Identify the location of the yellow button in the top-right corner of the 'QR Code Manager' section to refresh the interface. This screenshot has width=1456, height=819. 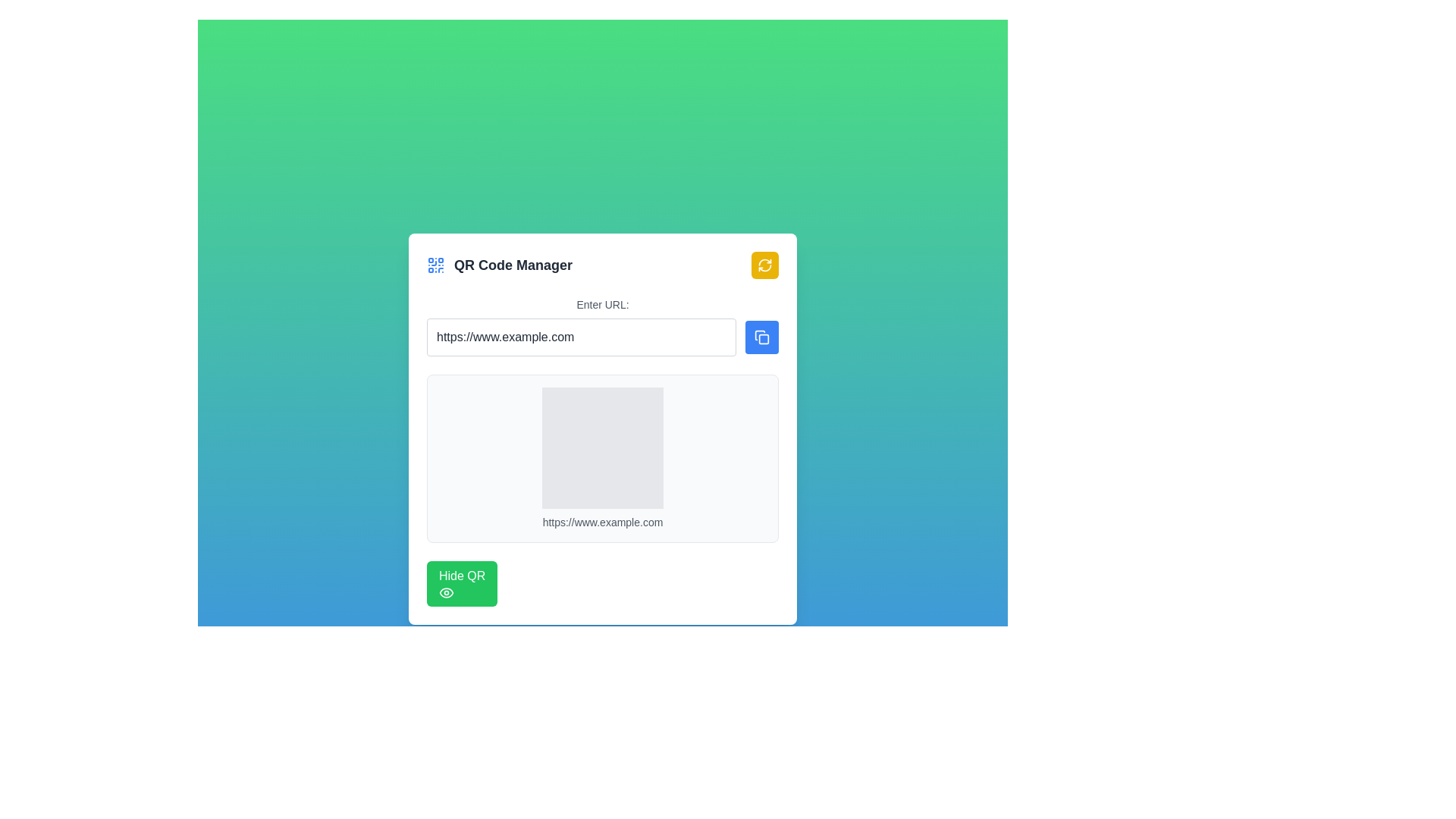
(764, 265).